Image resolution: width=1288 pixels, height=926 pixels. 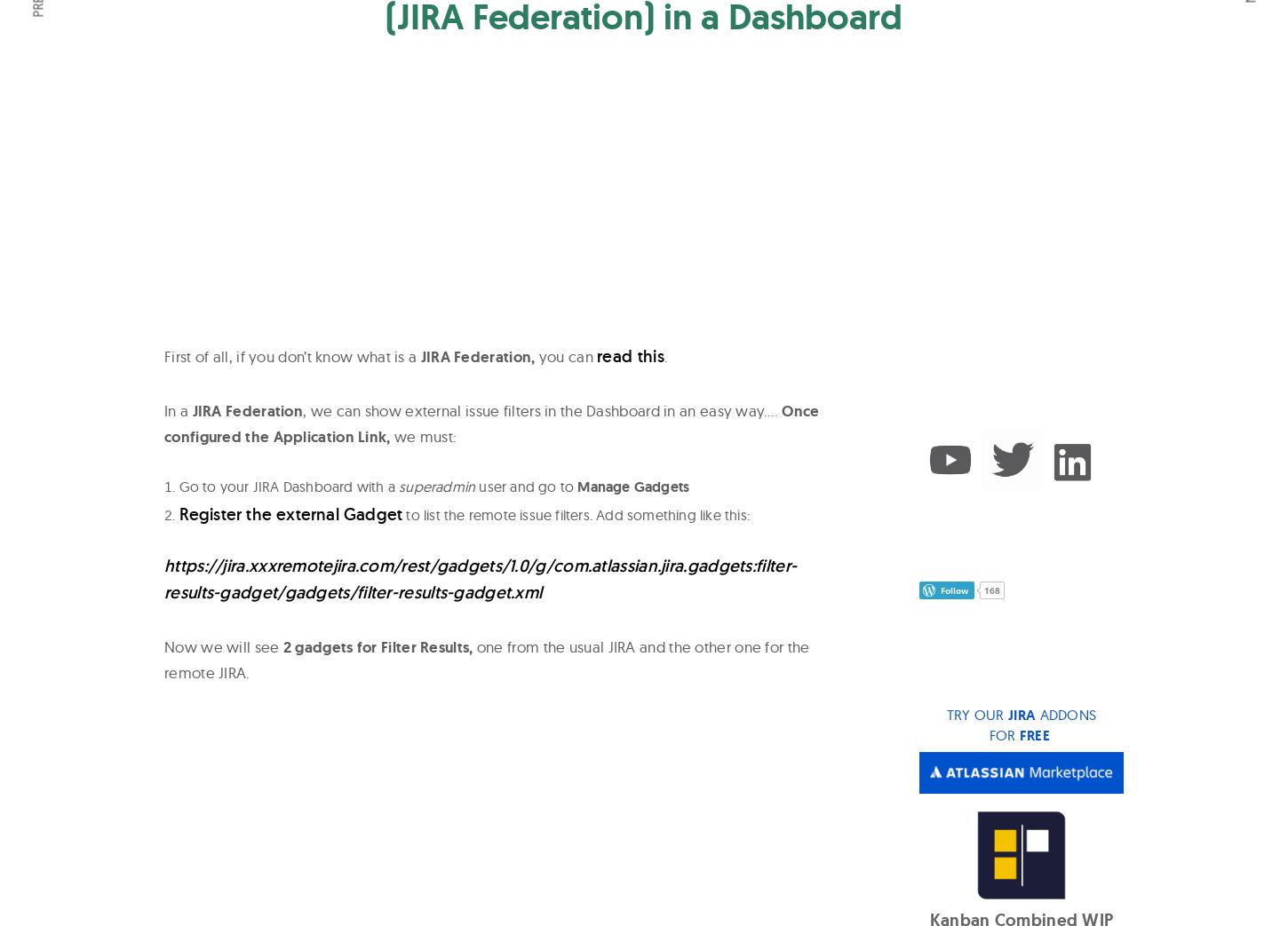 What do you see at coordinates (946, 713) in the screenshot?
I see `'TRY OUR'` at bounding box center [946, 713].